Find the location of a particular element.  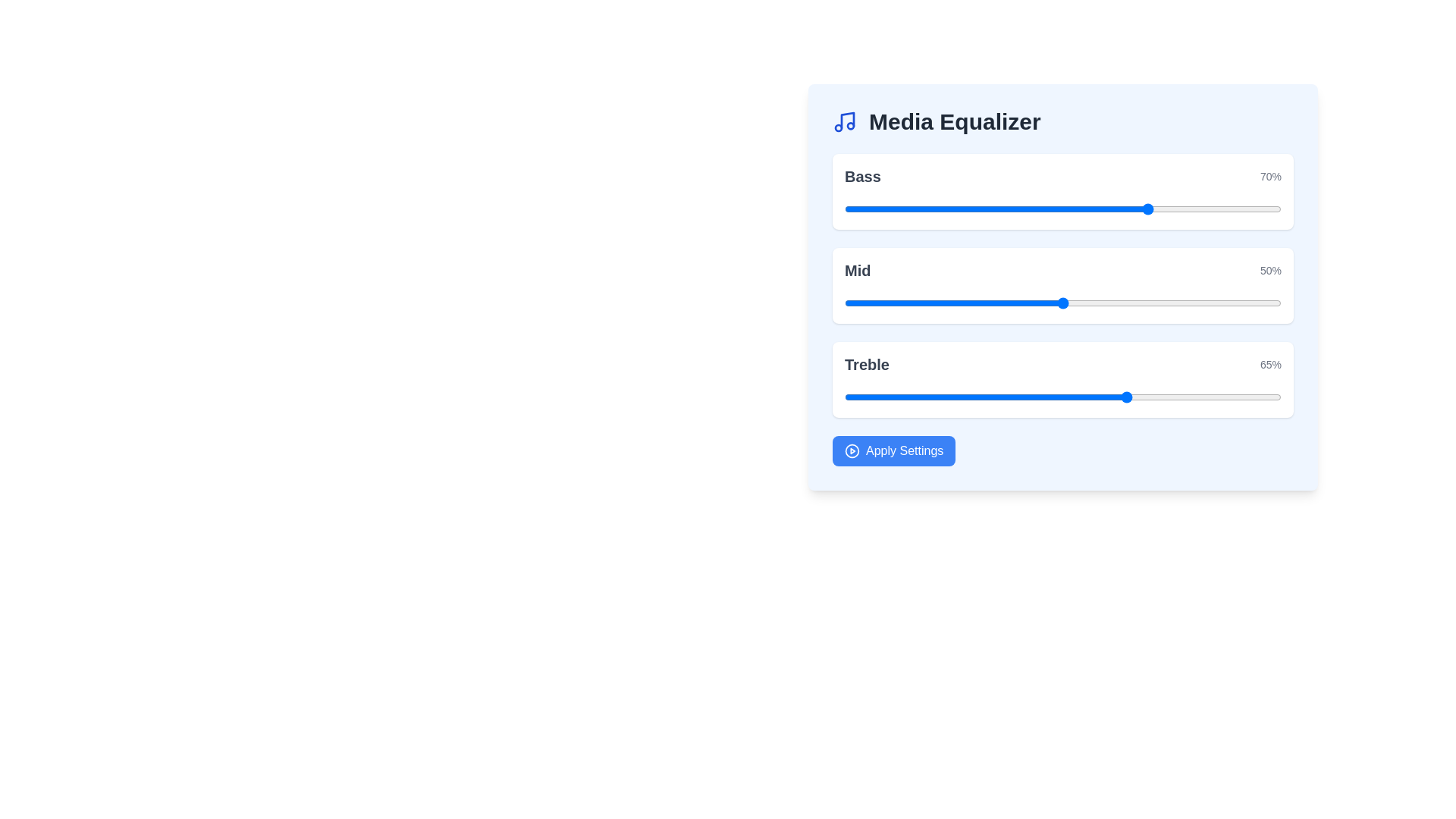

the Text label that serves as a header for the media equalizer settings panel, located directly above the audio sliders is located at coordinates (954, 121).